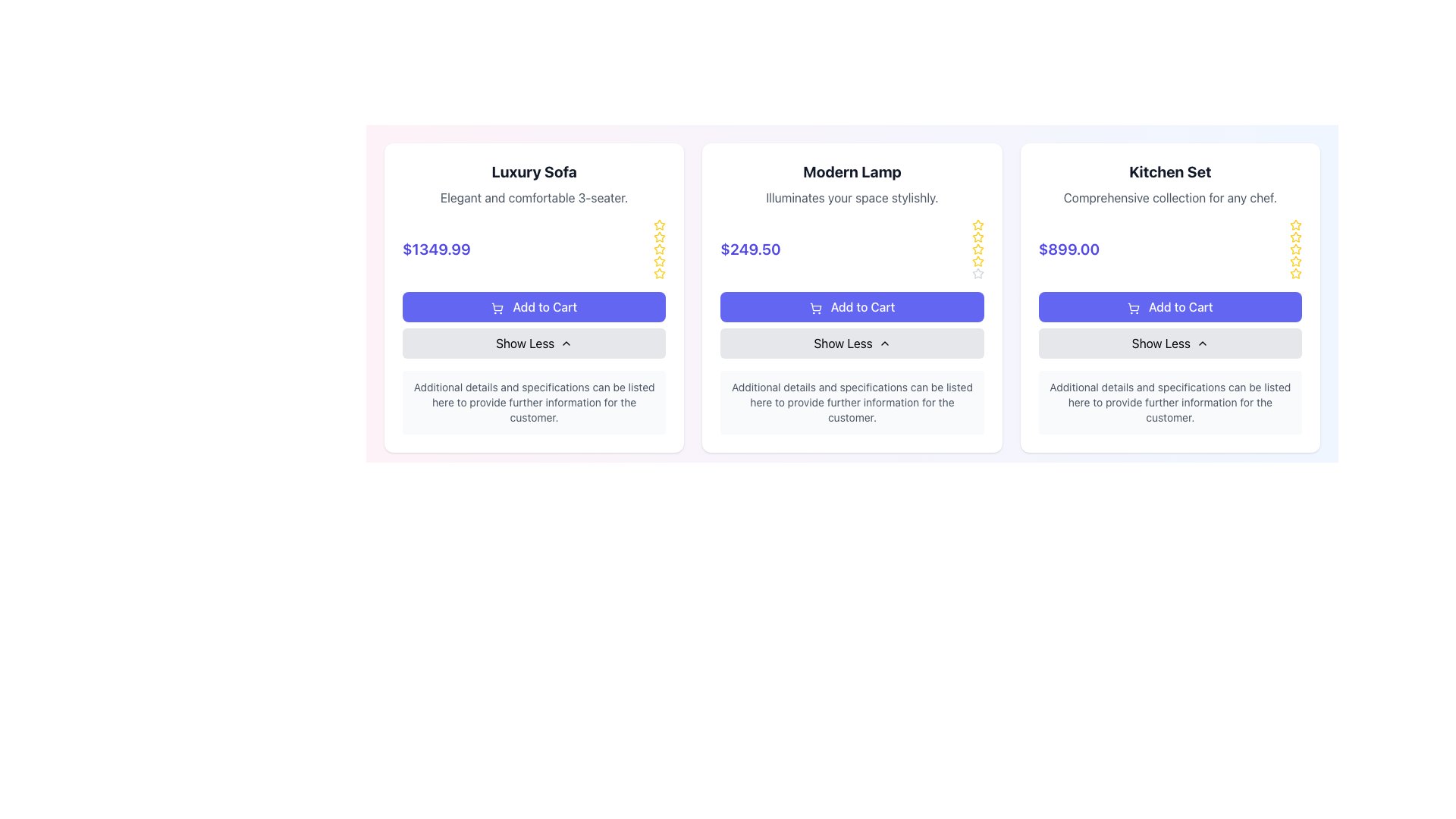 The width and height of the screenshot is (1456, 819). I want to click on the second yellow star icon in the rating group for the 'Kitchen Set' product card, located in the rightmost column of the item grid, so click(1294, 260).